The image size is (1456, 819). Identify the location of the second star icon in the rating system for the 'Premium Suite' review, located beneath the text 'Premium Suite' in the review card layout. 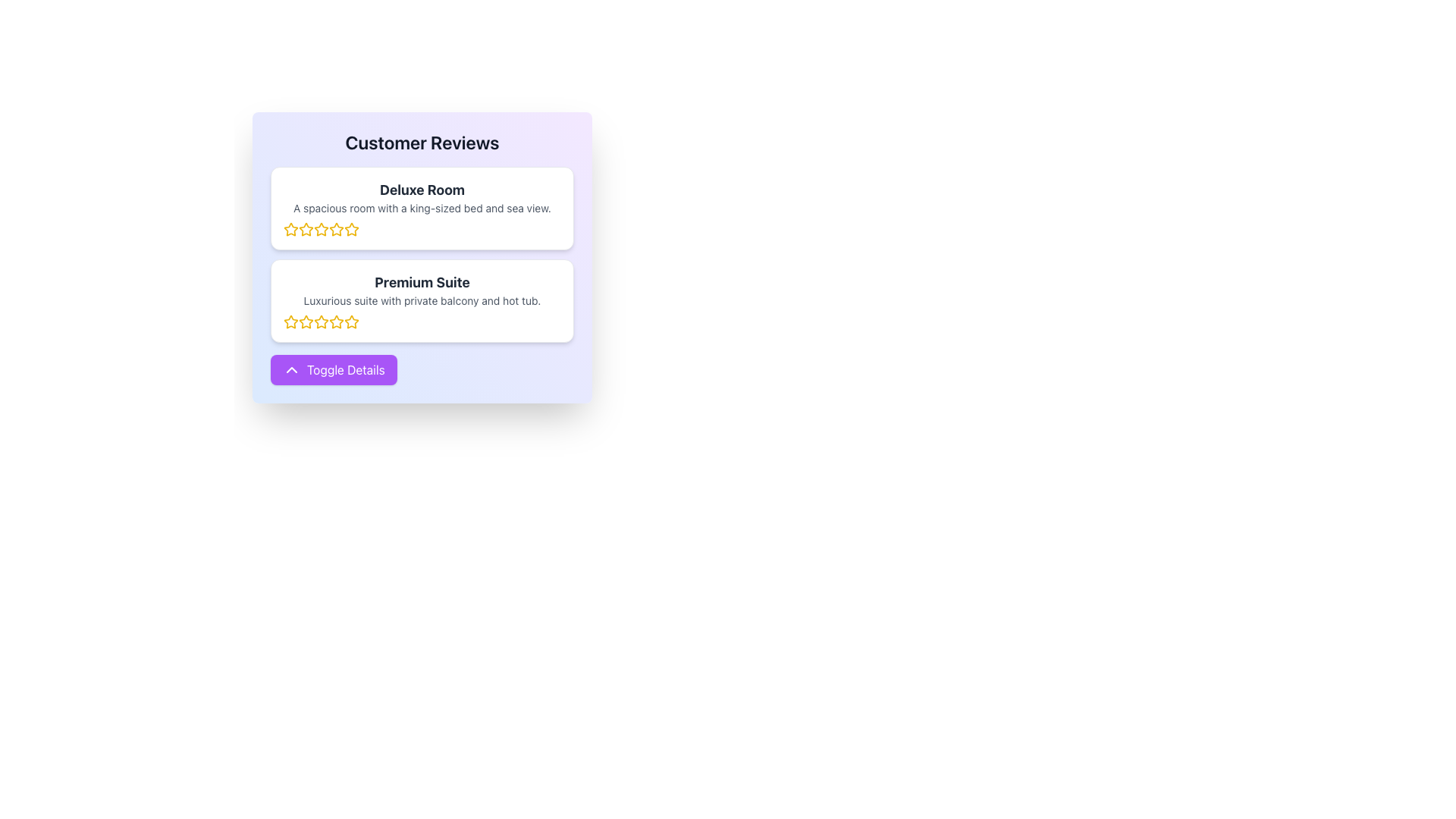
(291, 321).